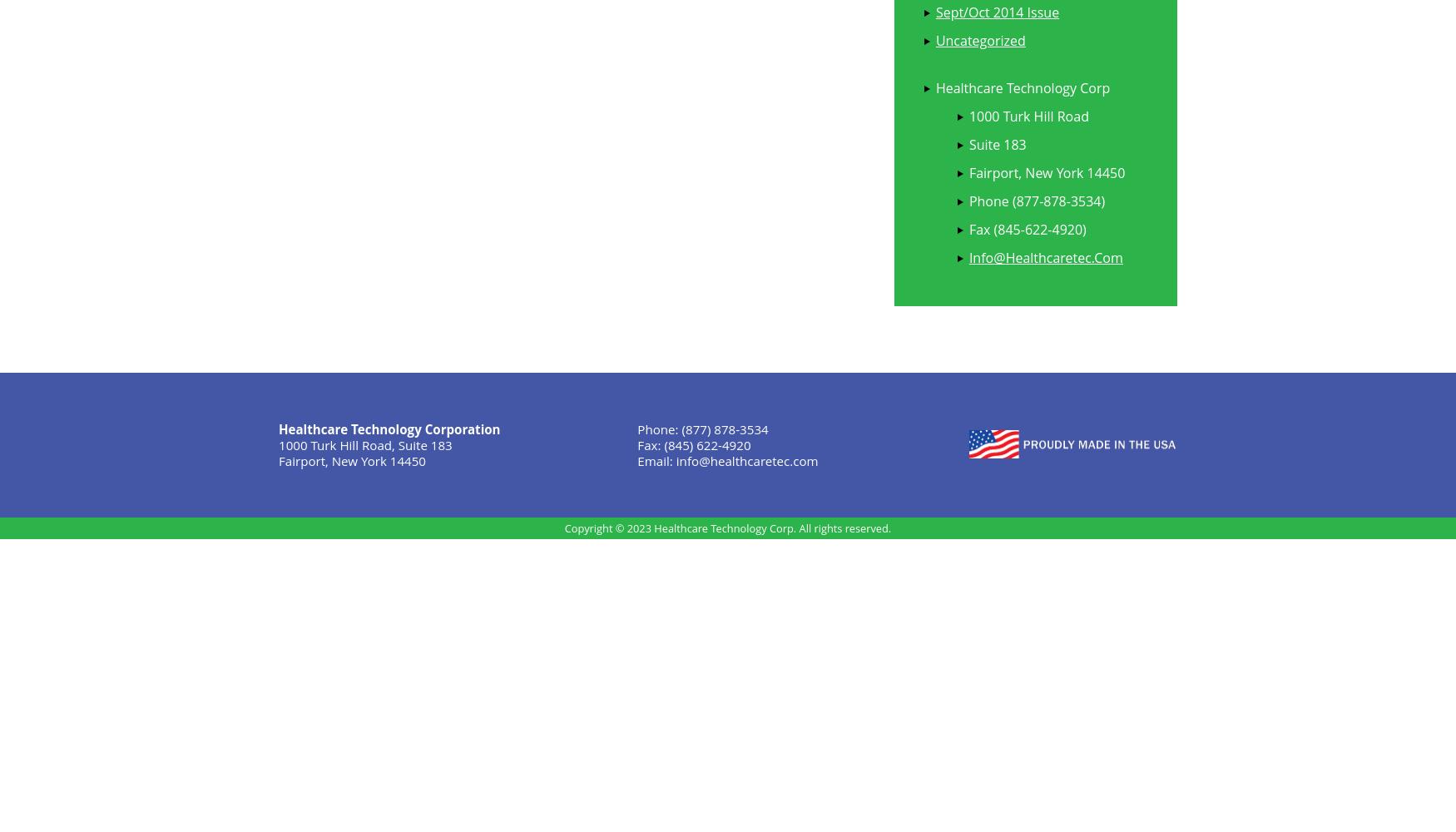 Image resolution: width=1456 pixels, height=832 pixels. I want to click on '(845) 622-4920', so click(706, 444).